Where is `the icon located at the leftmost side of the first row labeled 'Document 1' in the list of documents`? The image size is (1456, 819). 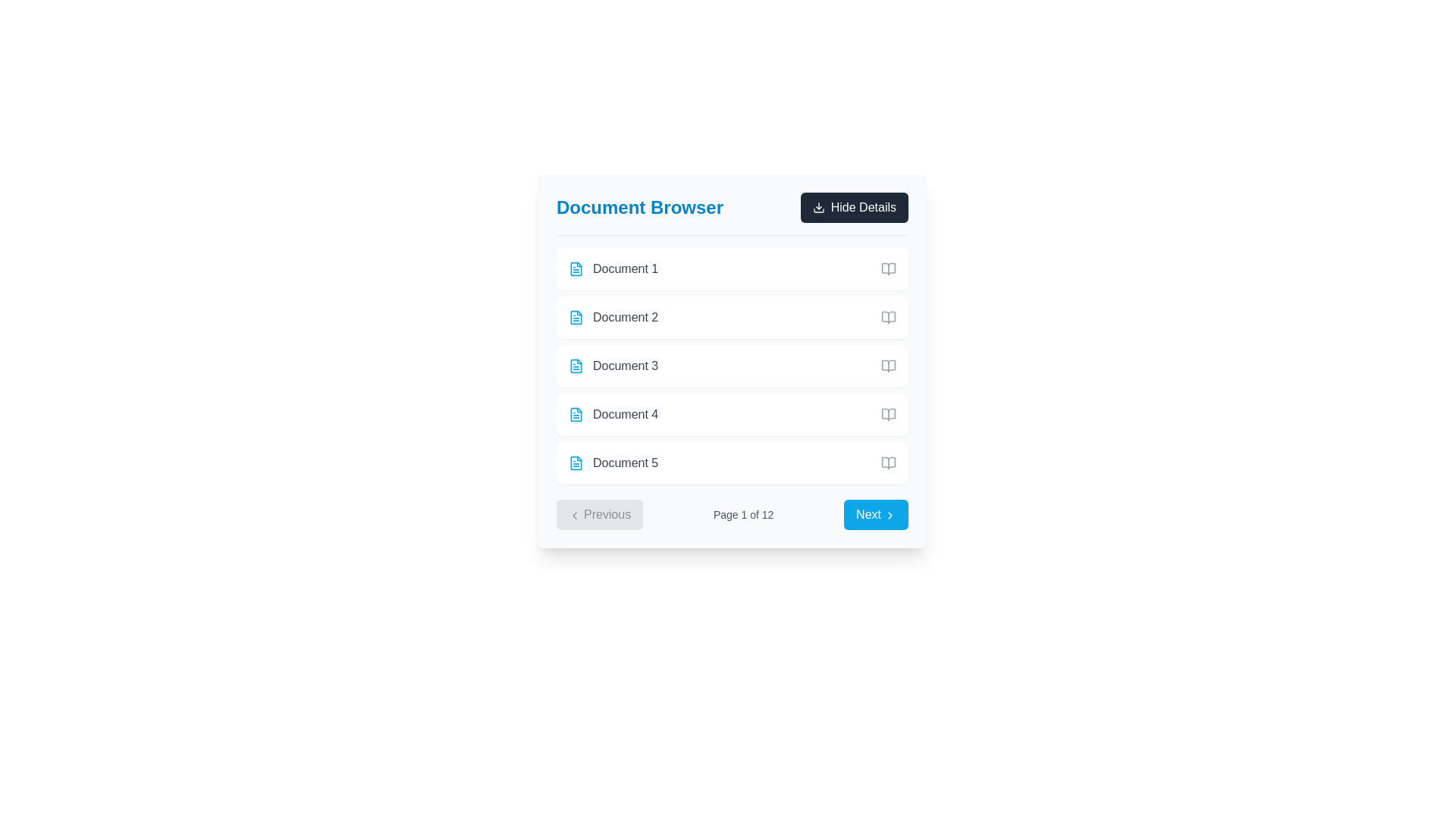
the icon located at the leftmost side of the first row labeled 'Document 1' in the list of documents is located at coordinates (575, 268).